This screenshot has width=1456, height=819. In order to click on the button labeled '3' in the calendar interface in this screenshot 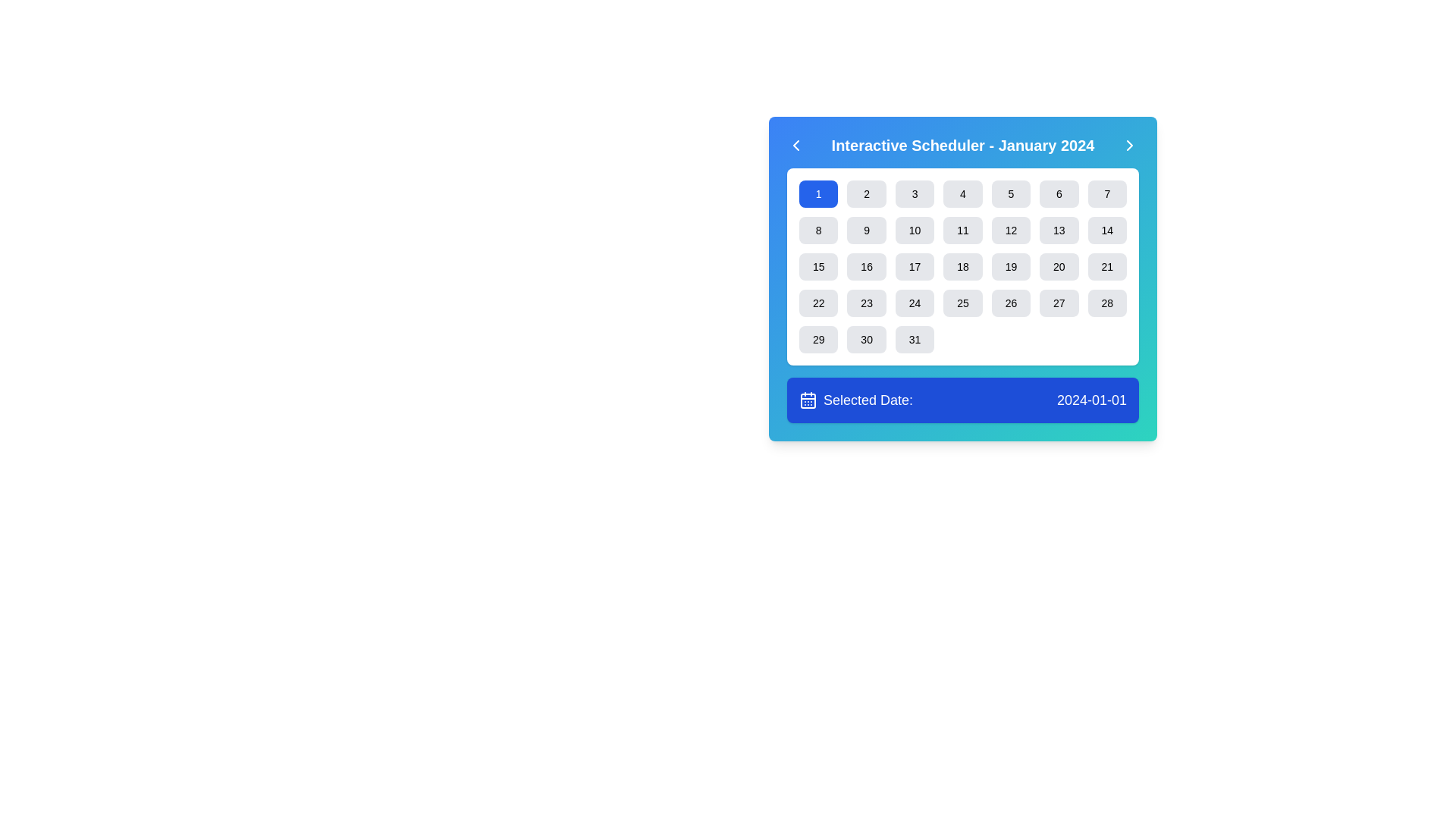, I will do `click(914, 193)`.